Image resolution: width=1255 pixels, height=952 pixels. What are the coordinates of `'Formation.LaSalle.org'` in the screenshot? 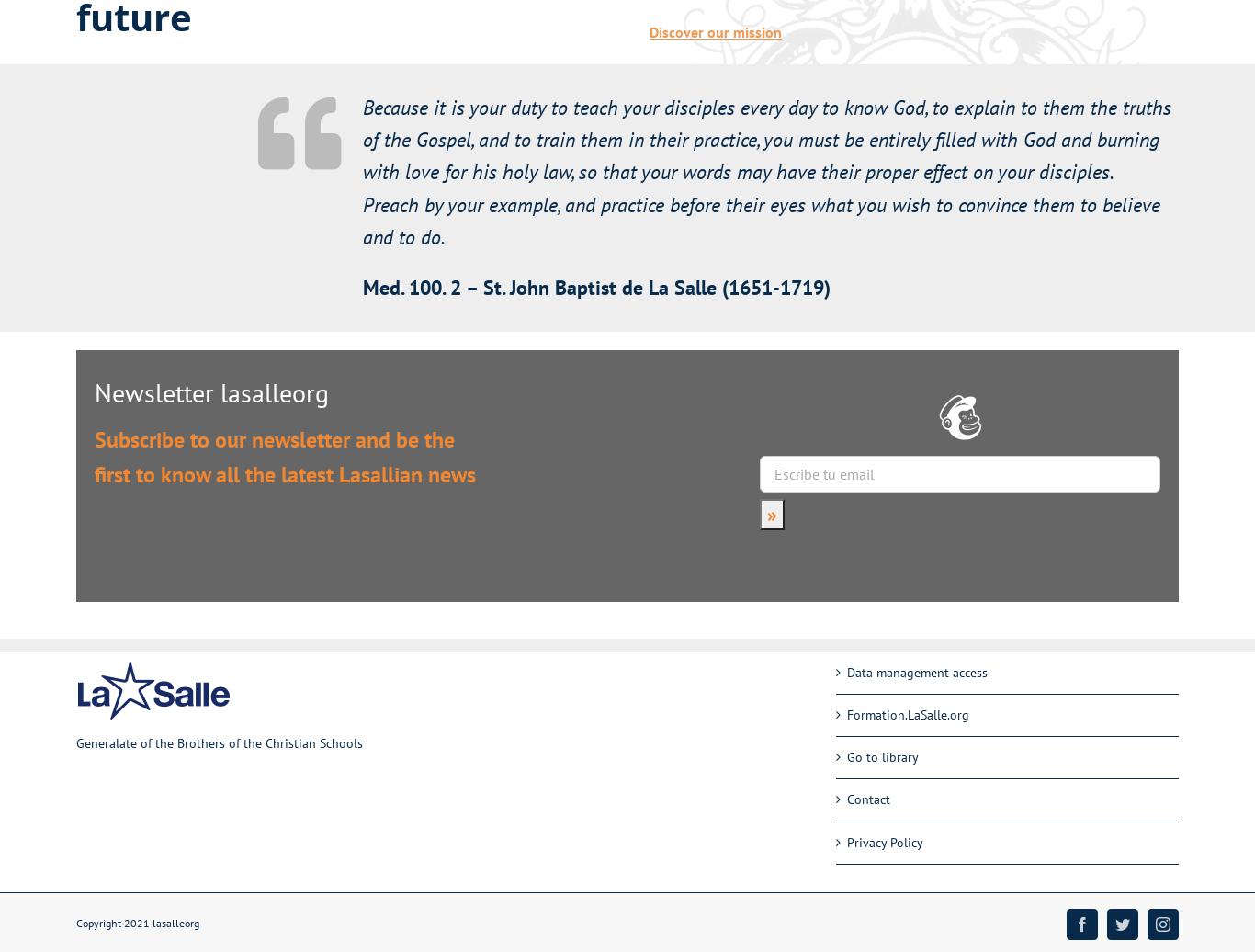 It's located at (845, 715).